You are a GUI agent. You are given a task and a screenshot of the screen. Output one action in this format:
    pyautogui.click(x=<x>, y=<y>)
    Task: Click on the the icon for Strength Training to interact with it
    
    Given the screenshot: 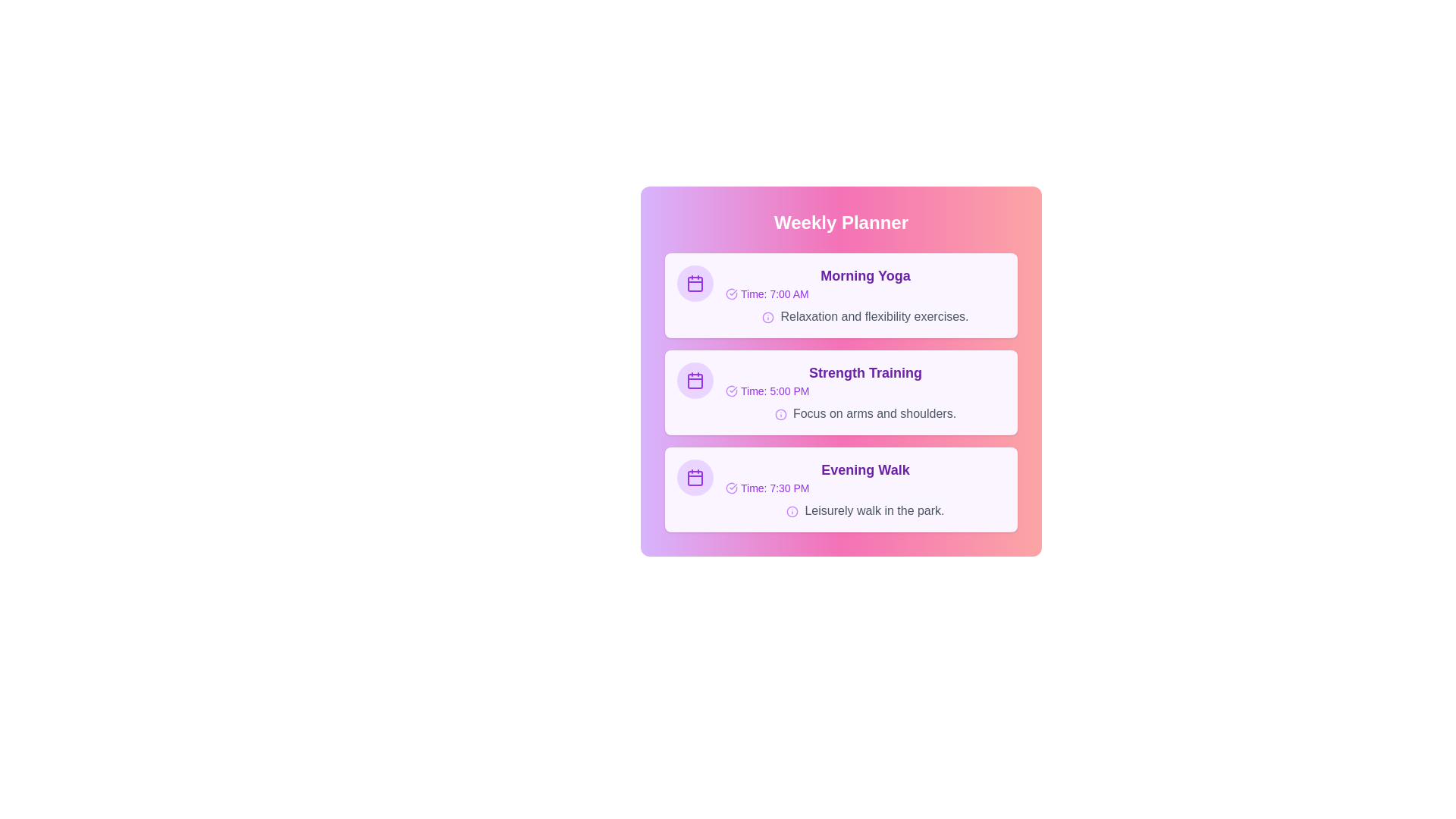 What is the action you would take?
    pyautogui.click(x=694, y=379)
    